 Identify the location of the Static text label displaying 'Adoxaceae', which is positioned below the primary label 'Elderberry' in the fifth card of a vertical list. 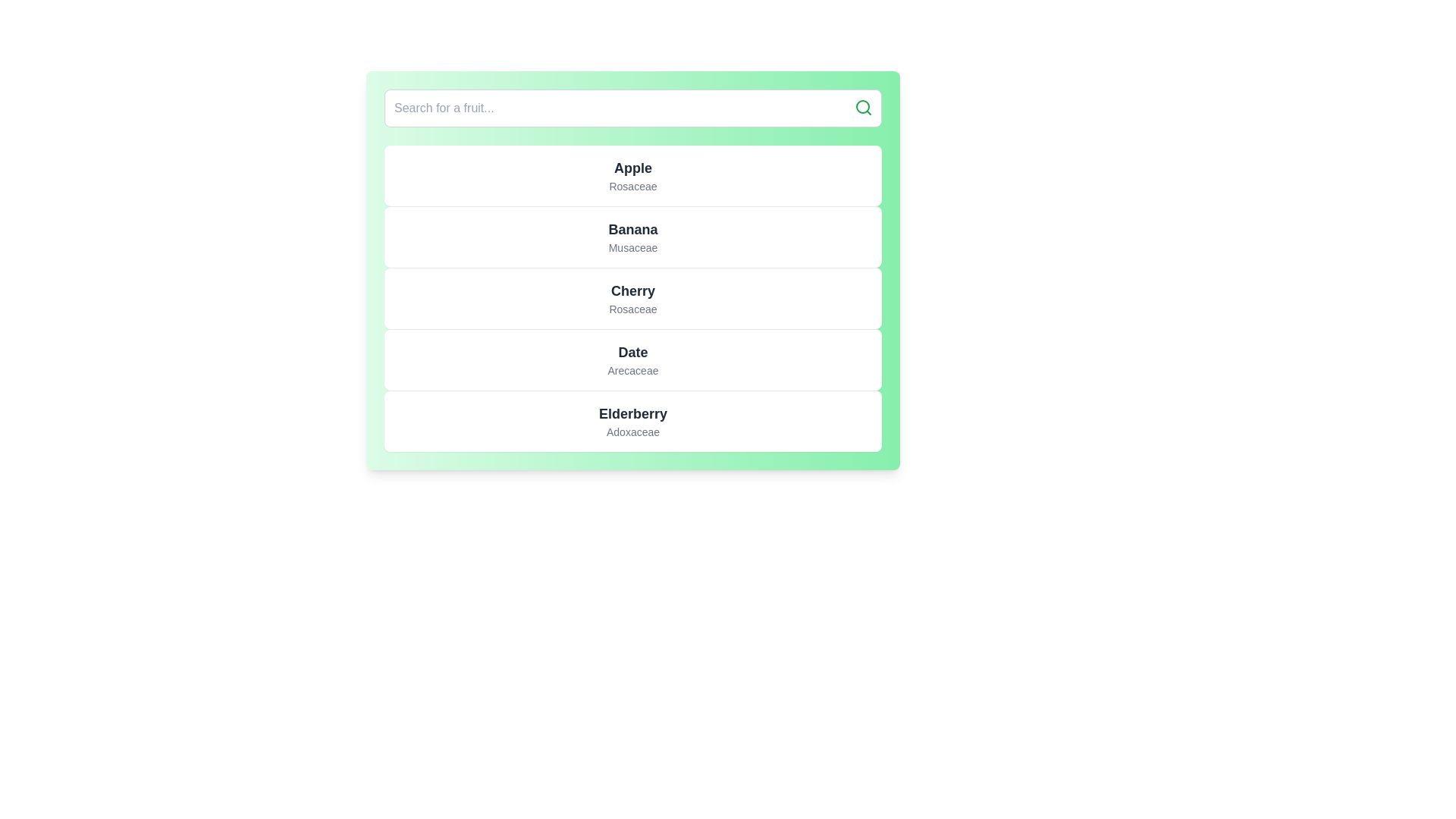
(633, 432).